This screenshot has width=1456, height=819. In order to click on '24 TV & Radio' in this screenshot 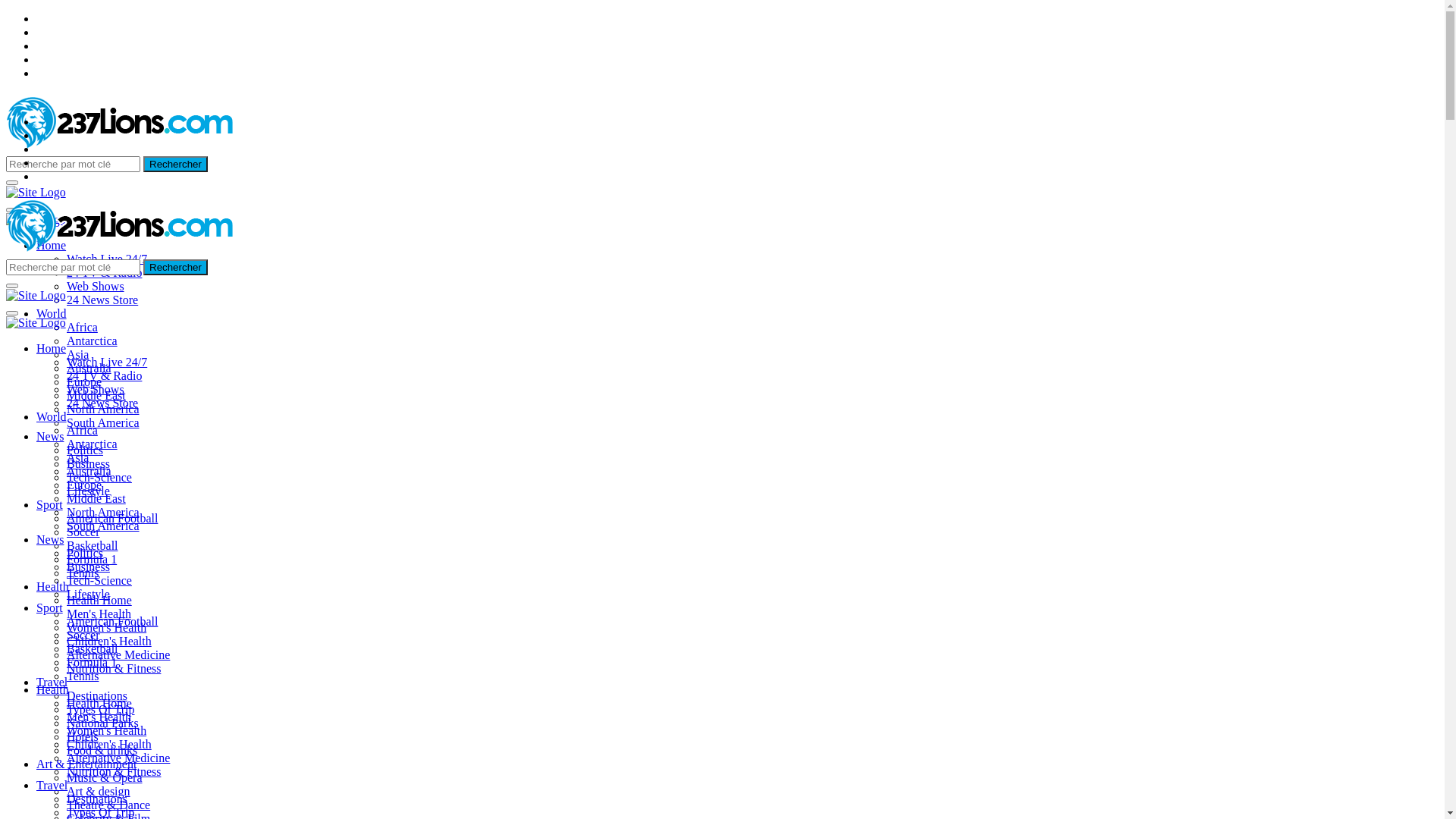, I will do `click(103, 375)`.